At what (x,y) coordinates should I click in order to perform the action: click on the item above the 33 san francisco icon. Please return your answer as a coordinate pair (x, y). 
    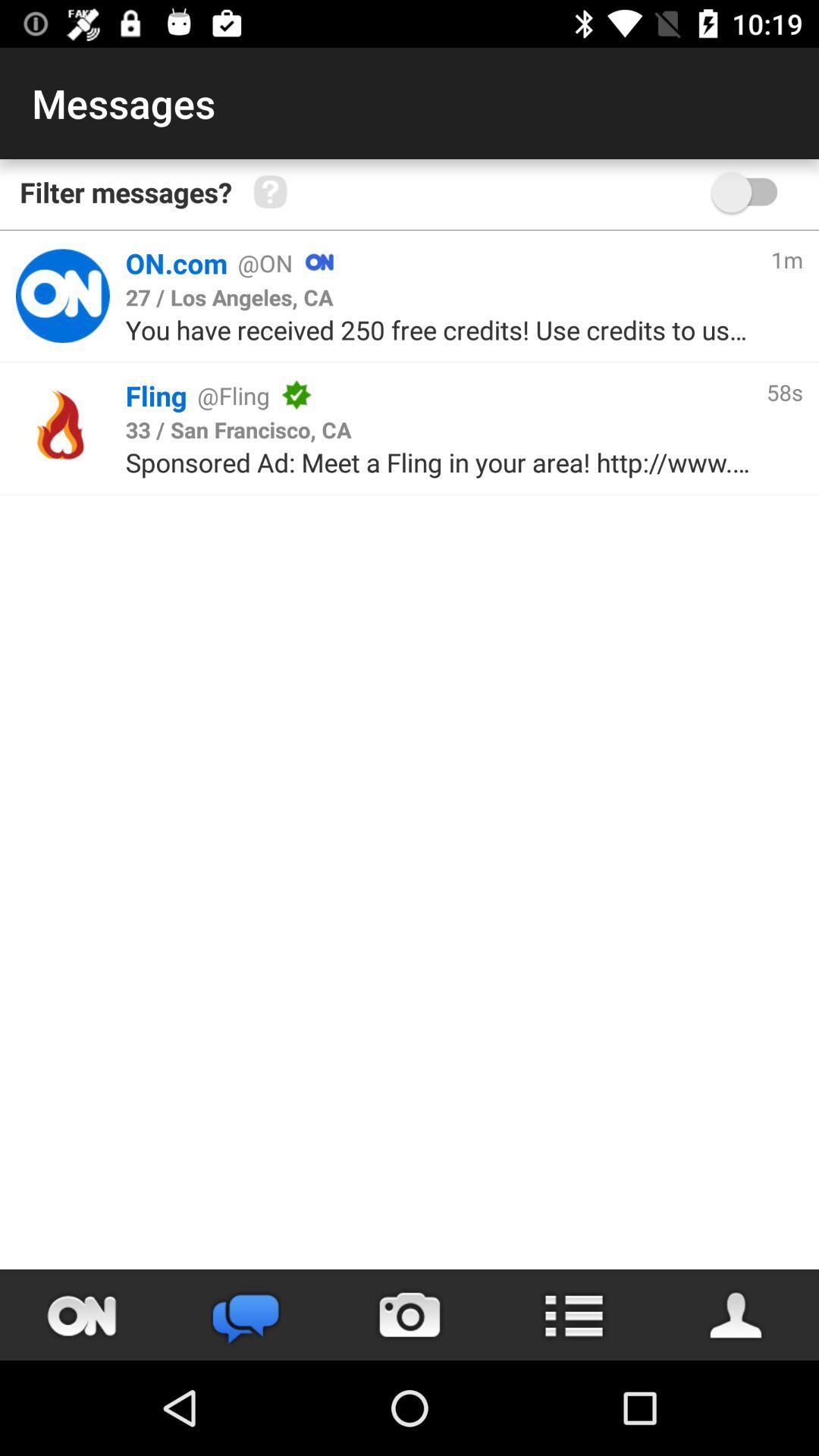
    Looking at the image, I should click on (530, 395).